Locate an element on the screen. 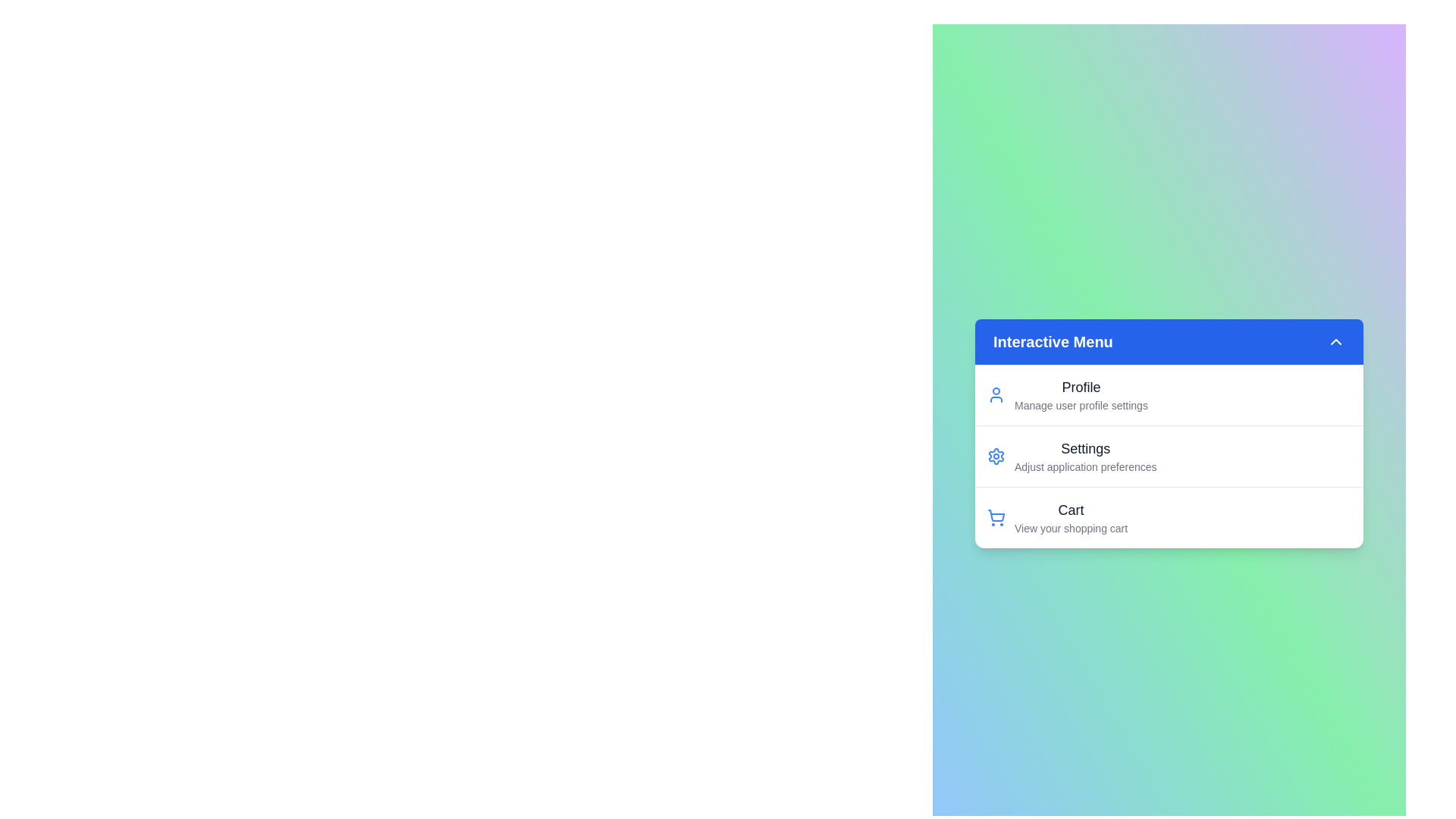  toggle button to expand or collapse the menu is located at coordinates (1335, 342).